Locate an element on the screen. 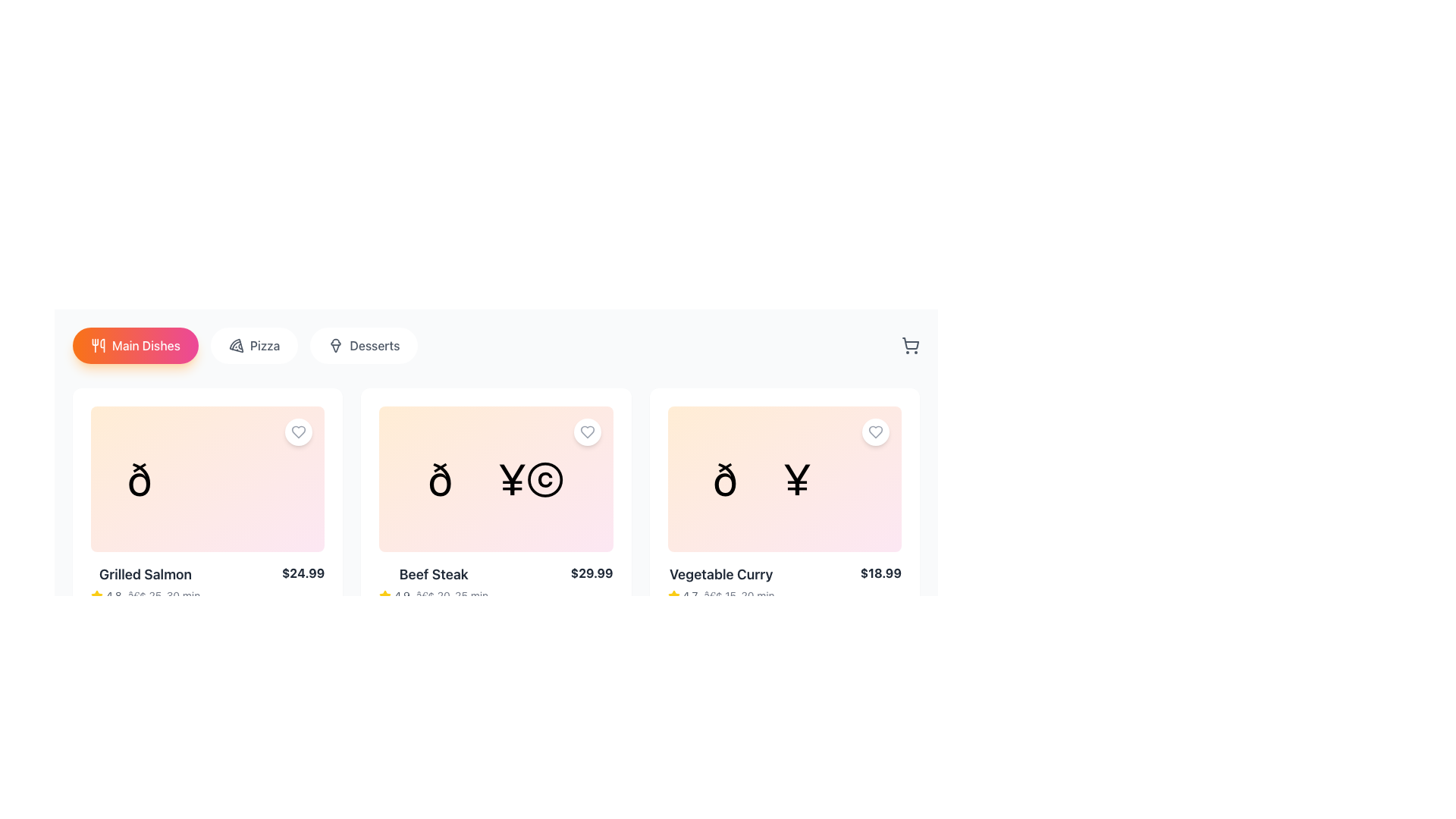 This screenshot has width=1456, height=819. the 'Desserts' text label in the menu, which is the third option after 'Main Dishes' and 'Pizza' is located at coordinates (375, 345).